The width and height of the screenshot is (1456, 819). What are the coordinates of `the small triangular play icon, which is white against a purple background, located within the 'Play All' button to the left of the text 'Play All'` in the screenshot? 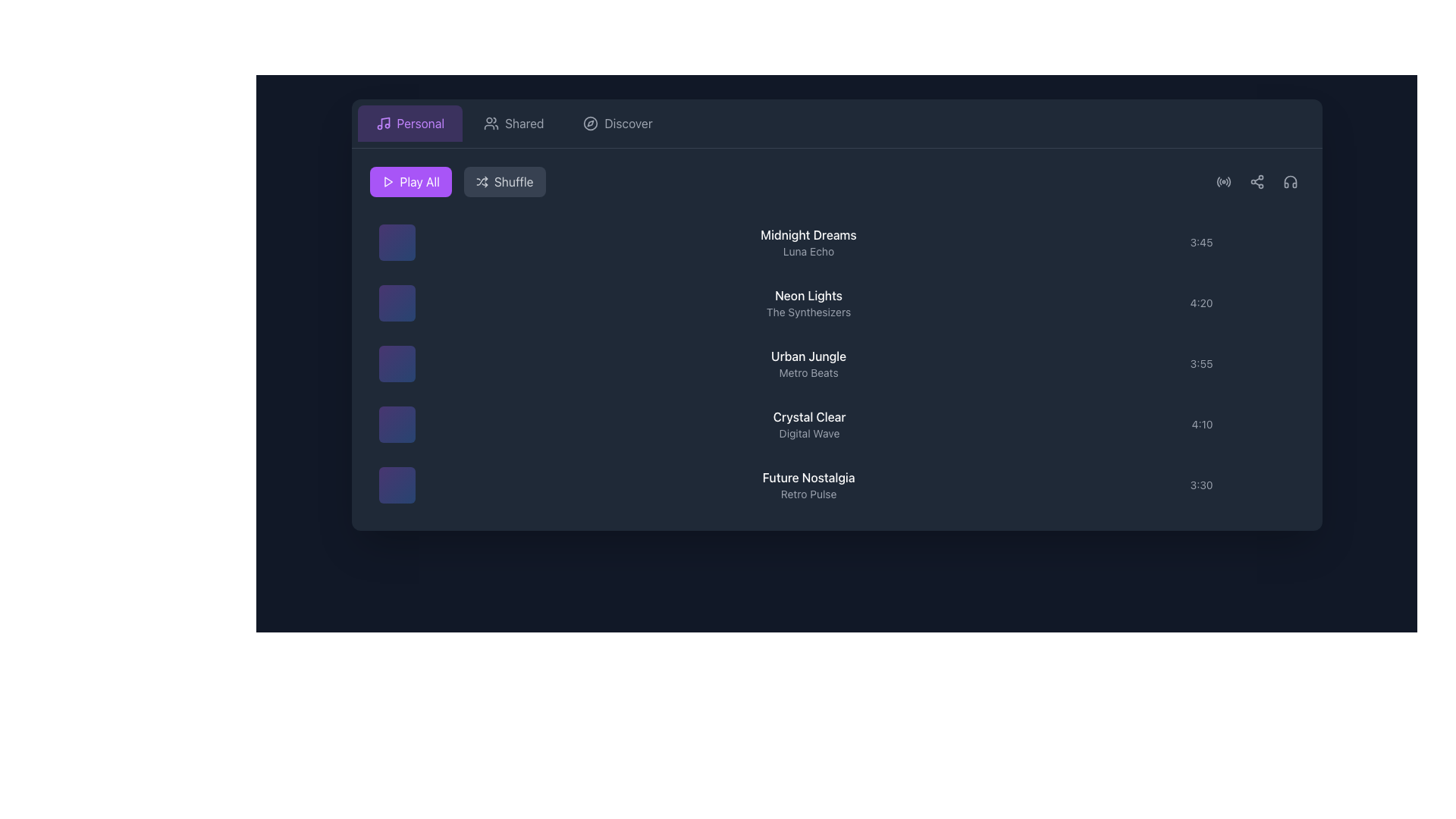 It's located at (388, 180).